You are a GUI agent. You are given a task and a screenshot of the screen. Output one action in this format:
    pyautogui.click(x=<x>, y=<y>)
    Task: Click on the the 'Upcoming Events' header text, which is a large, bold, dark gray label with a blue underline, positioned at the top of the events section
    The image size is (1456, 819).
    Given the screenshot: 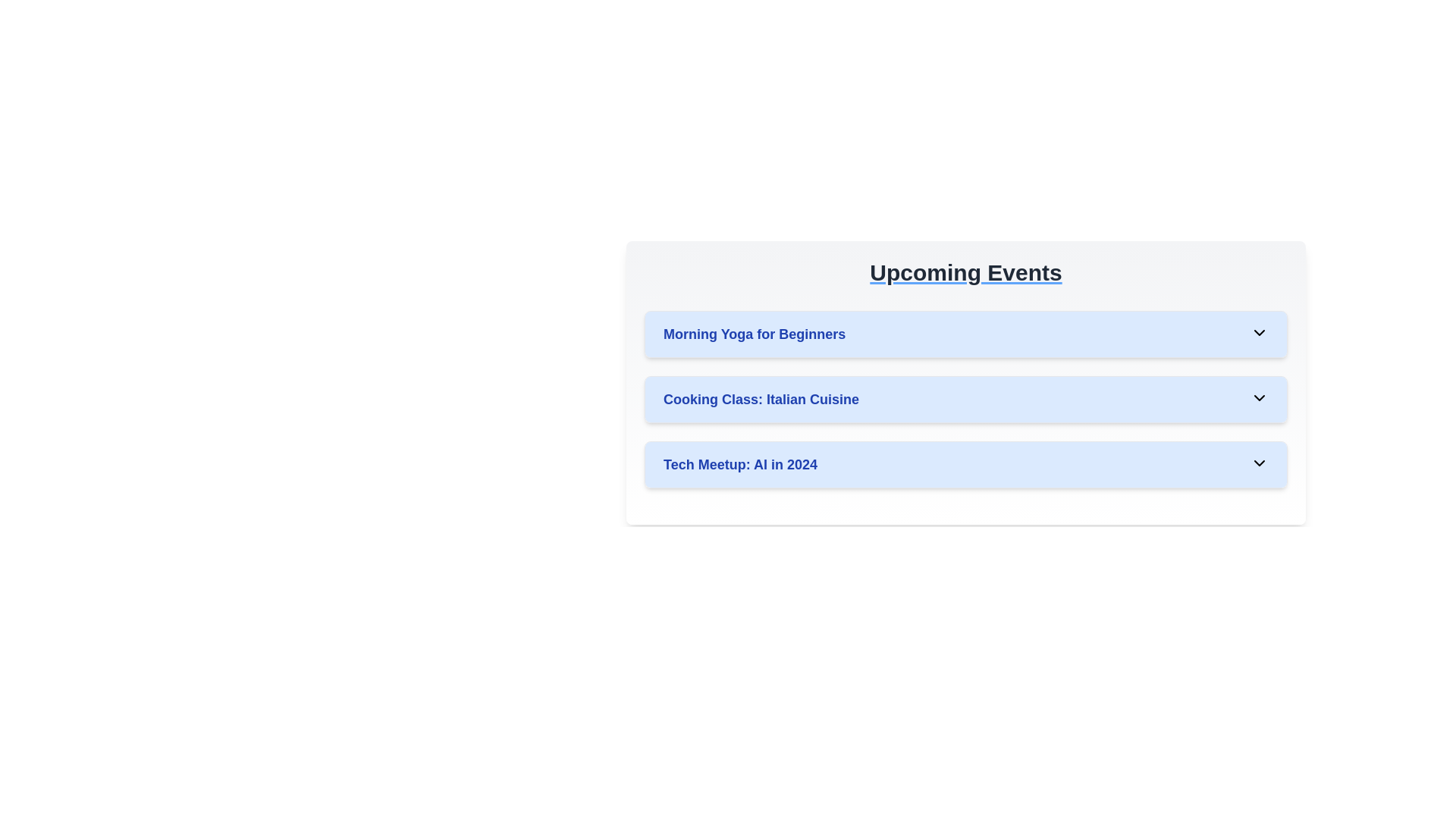 What is the action you would take?
    pyautogui.click(x=965, y=271)
    